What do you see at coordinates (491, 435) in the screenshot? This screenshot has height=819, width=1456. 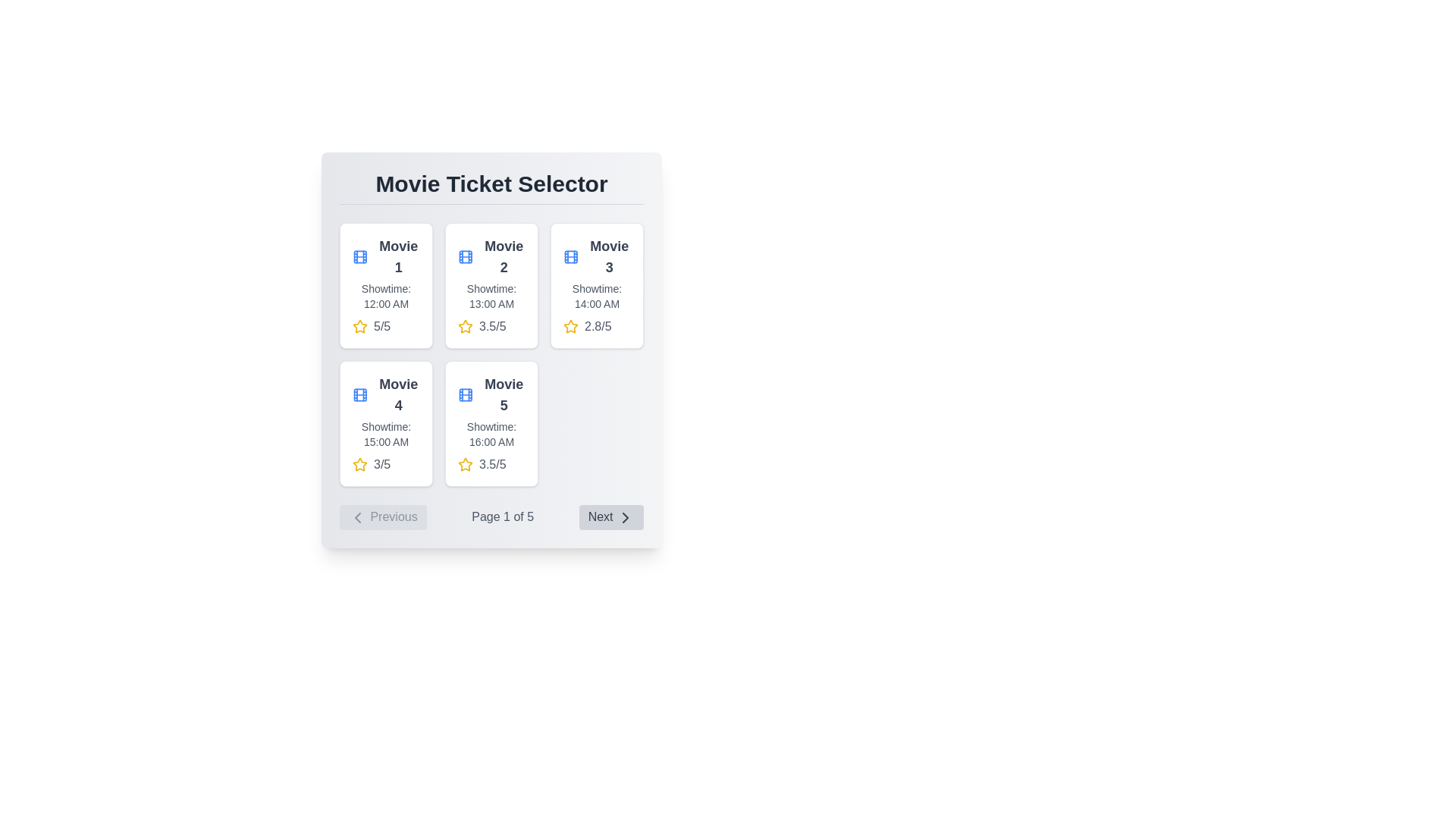 I see `the text display showing the showtime for 'Movie 5' located in the grid layout, positioned below the movie title and above the rating section` at bounding box center [491, 435].